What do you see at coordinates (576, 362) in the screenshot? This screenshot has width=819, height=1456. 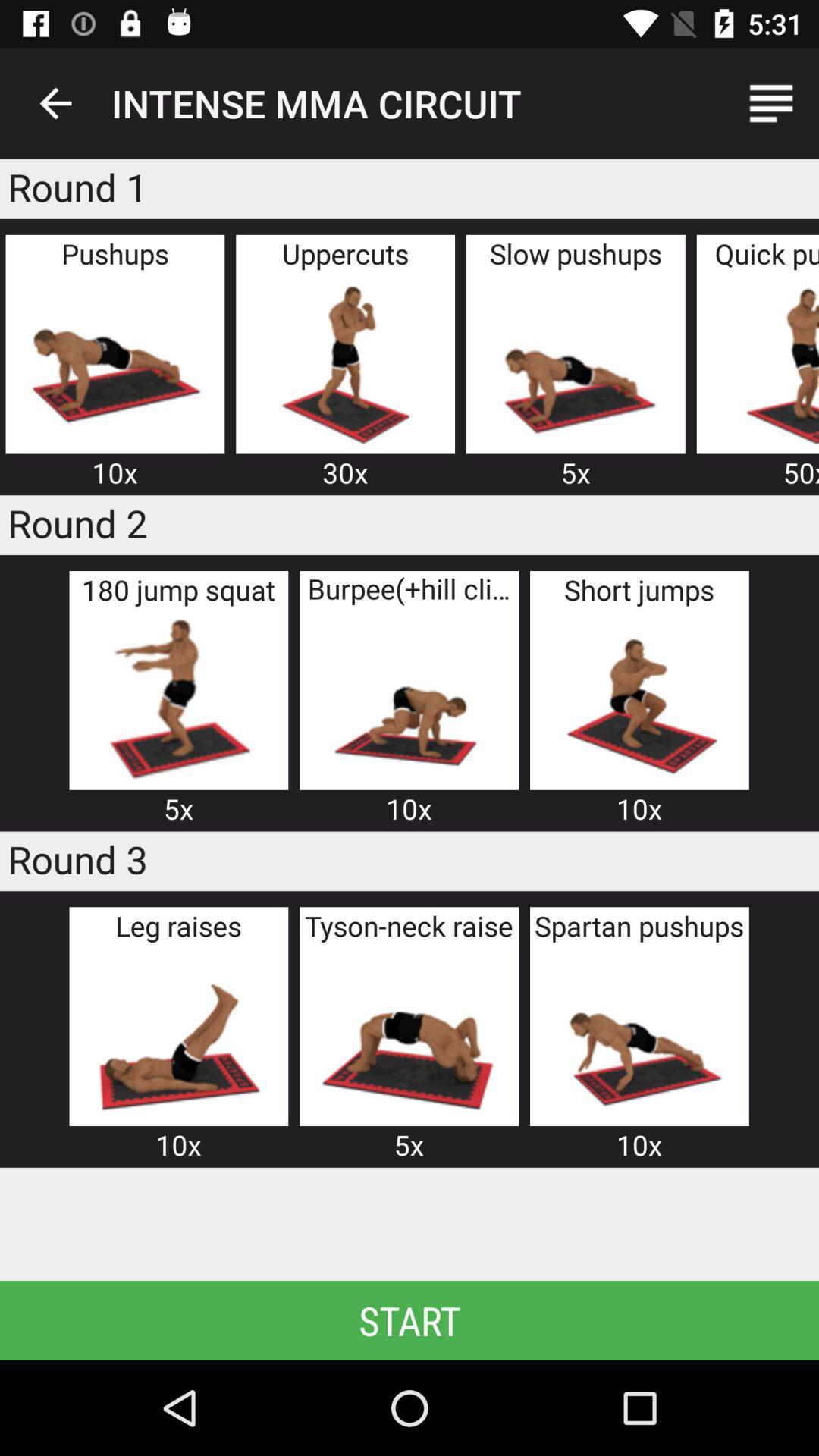 I see `slow pushups` at bounding box center [576, 362].